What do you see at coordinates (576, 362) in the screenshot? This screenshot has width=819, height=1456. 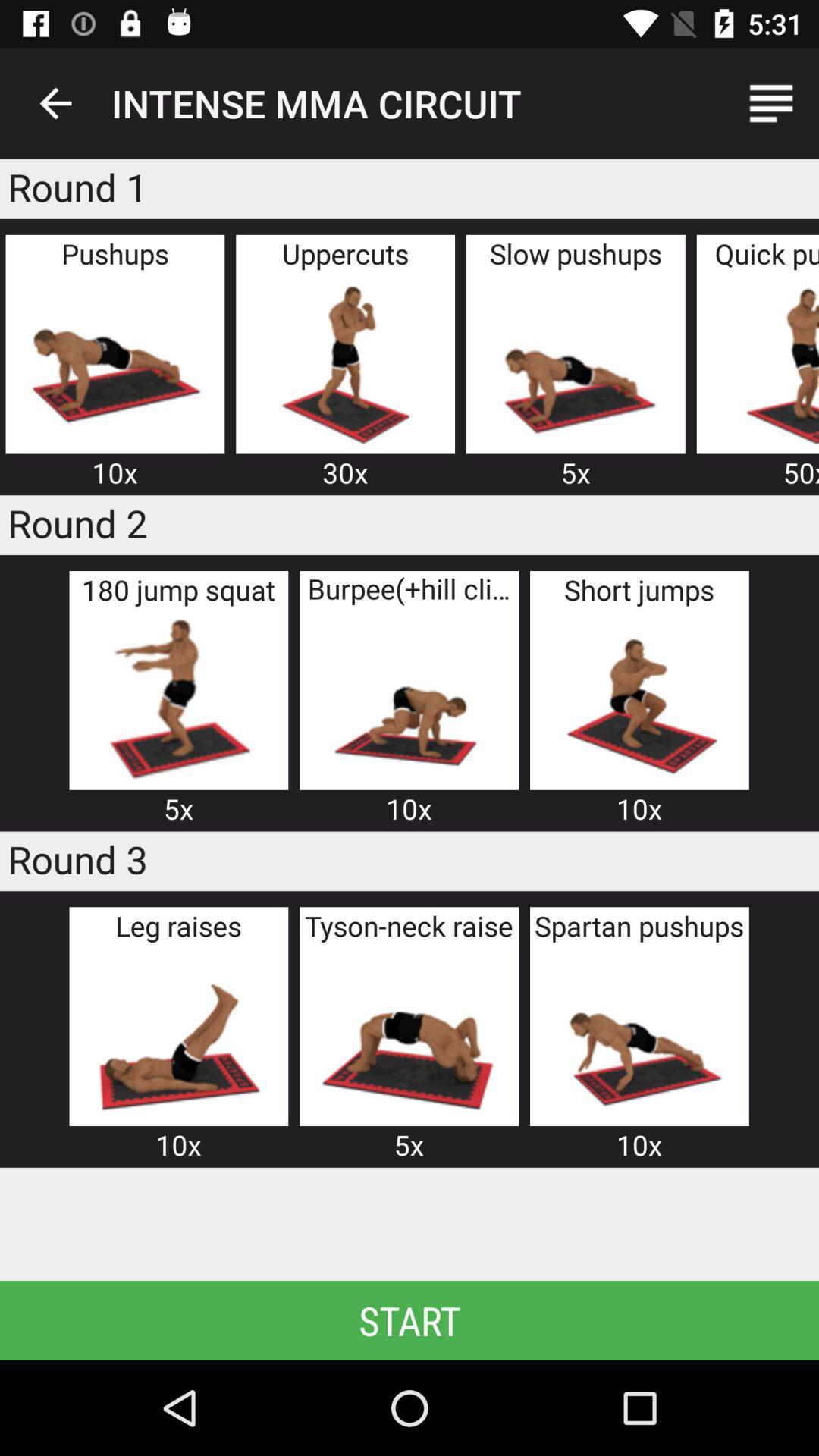 I see `slow pushups` at bounding box center [576, 362].